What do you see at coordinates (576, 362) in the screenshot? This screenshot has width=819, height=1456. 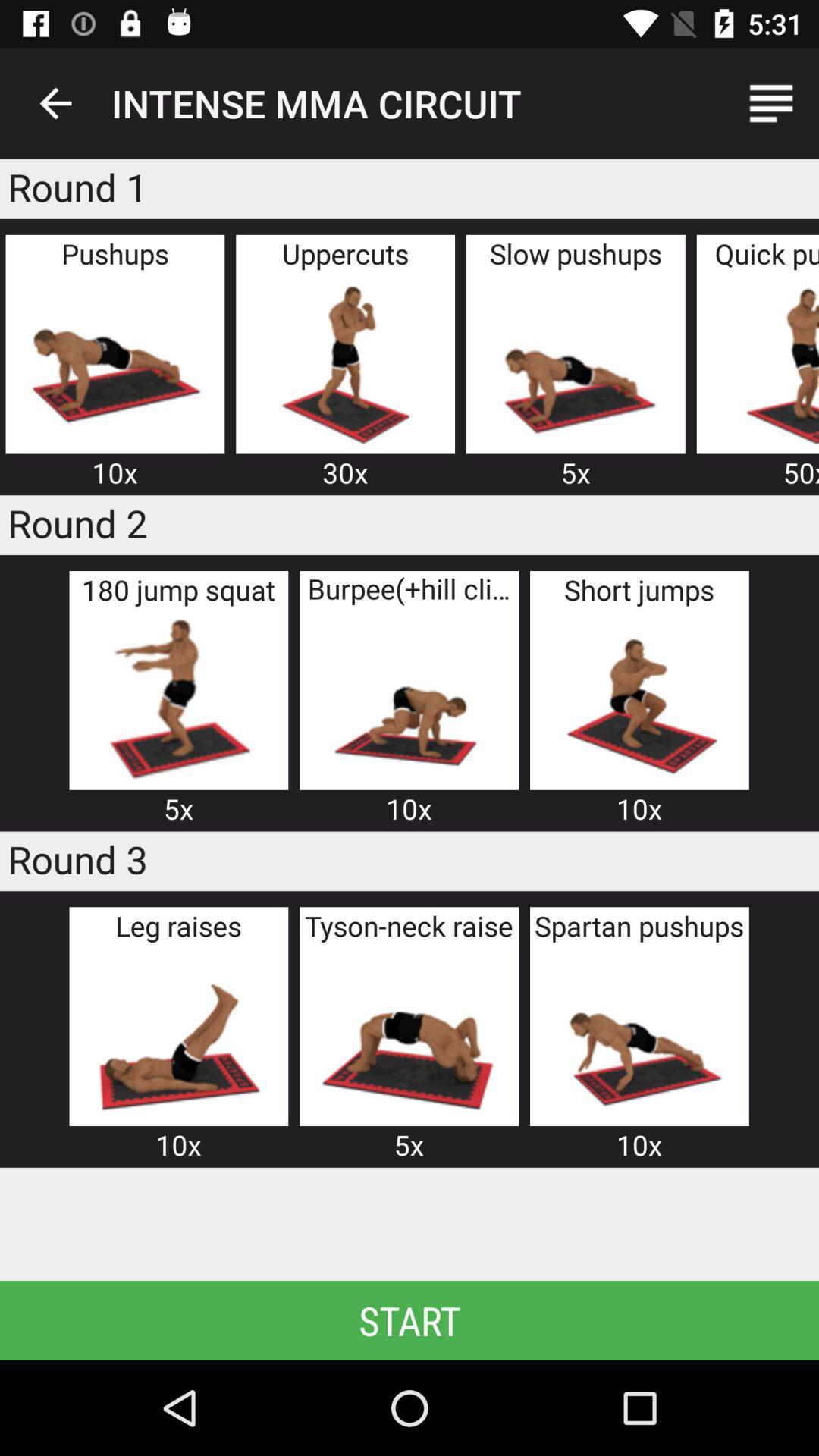 I see `slow pushups` at bounding box center [576, 362].